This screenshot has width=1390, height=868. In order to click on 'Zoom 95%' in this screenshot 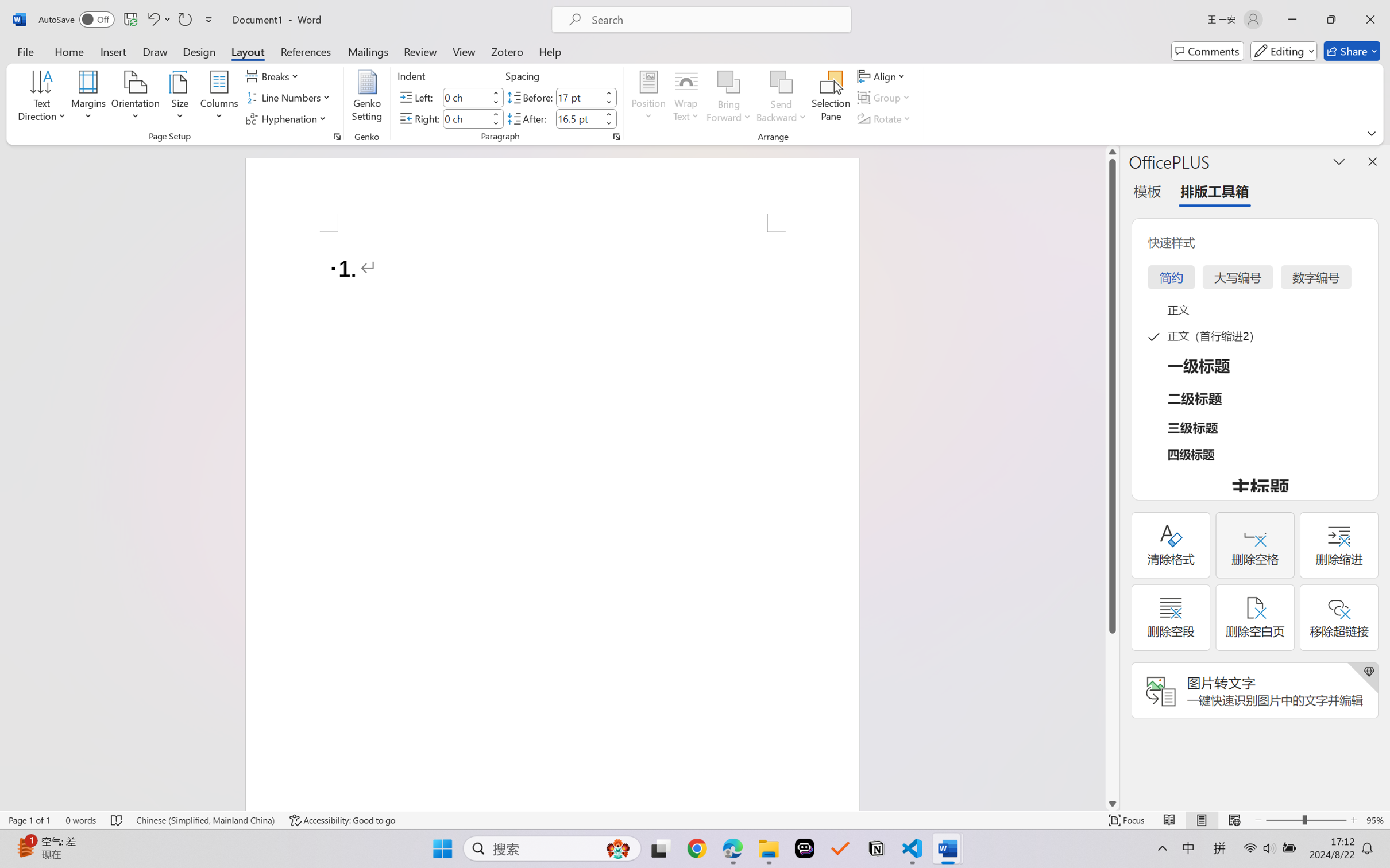, I will do `click(1375, 820)`.